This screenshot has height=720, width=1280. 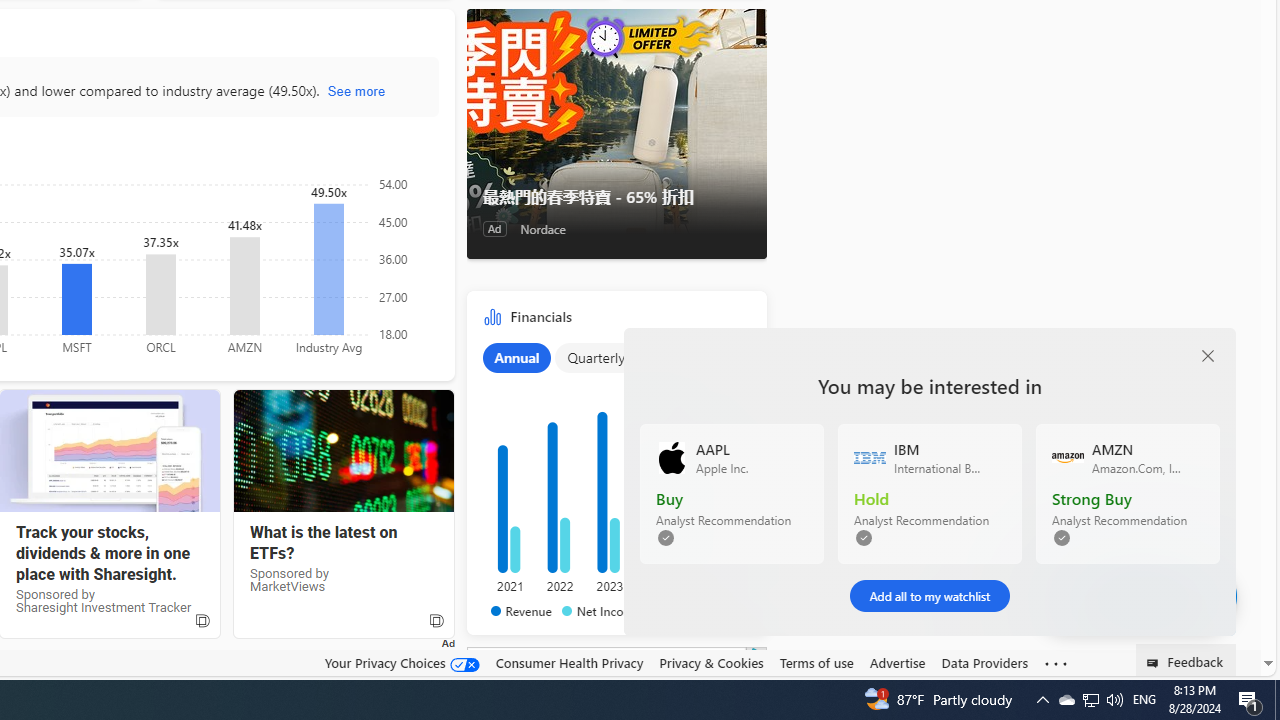 I want to click on 'Your Privacy Choices', so click(x=400, y=662).